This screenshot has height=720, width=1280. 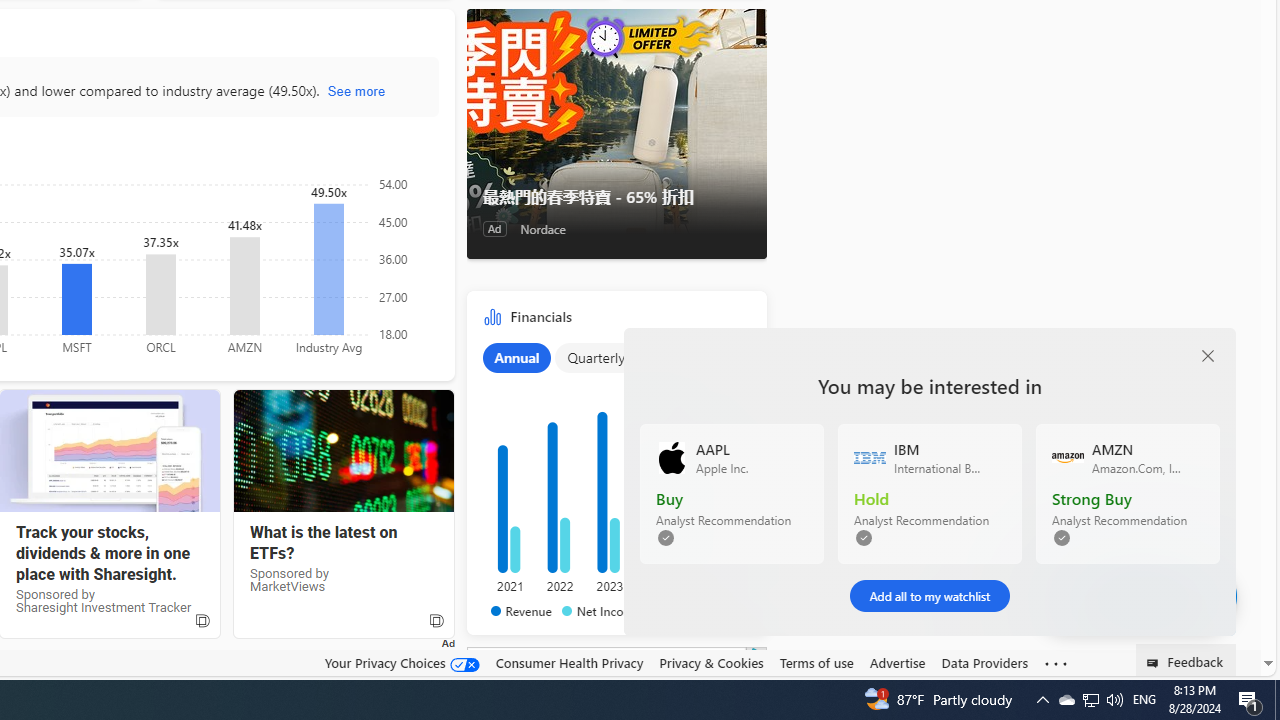 I want to click on 'Your Privacy Choices', so click(x=400, y=662).